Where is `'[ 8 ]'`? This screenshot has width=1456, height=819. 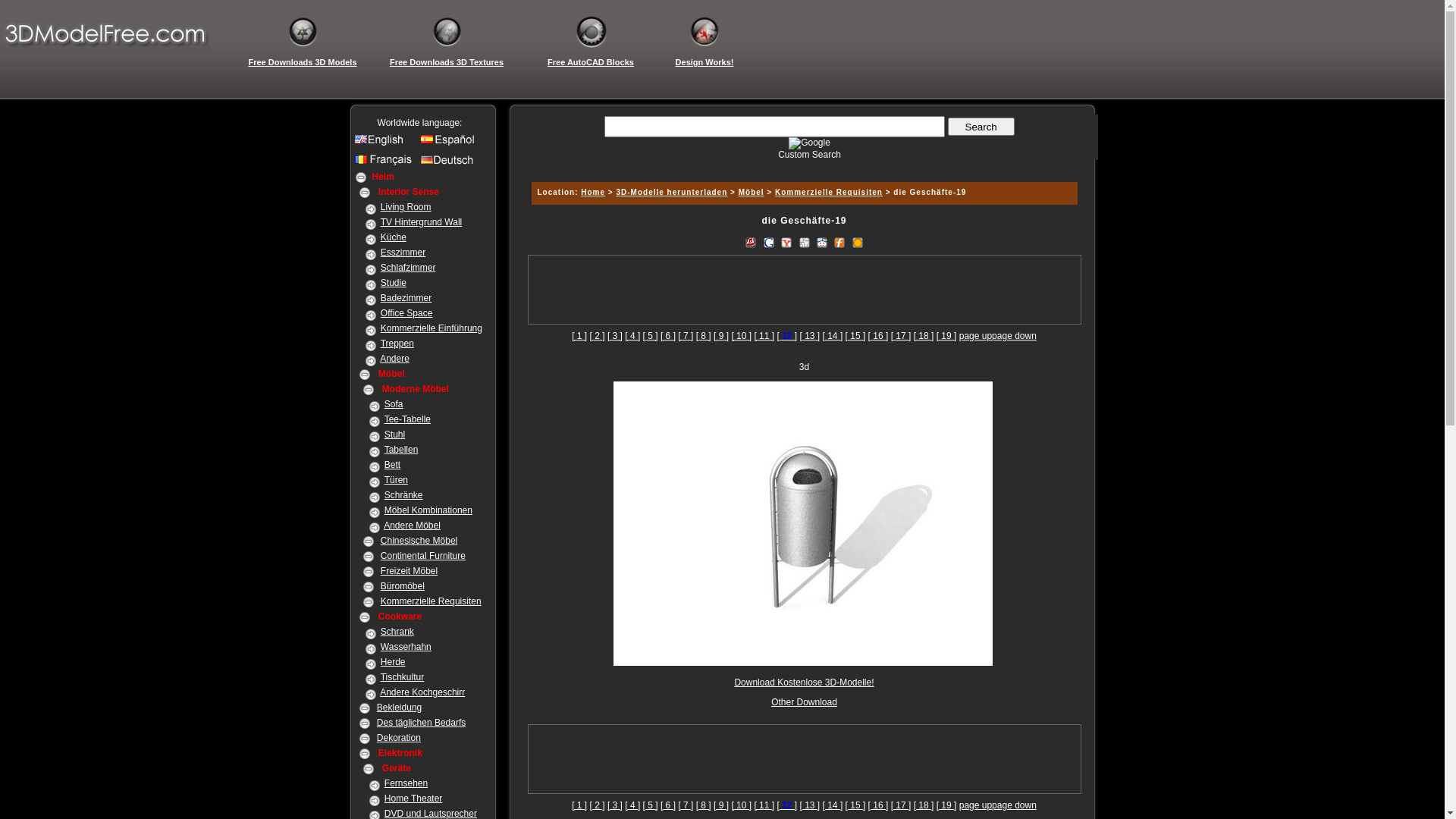
'[ 8 ]' is located at coordinates (702, 335).